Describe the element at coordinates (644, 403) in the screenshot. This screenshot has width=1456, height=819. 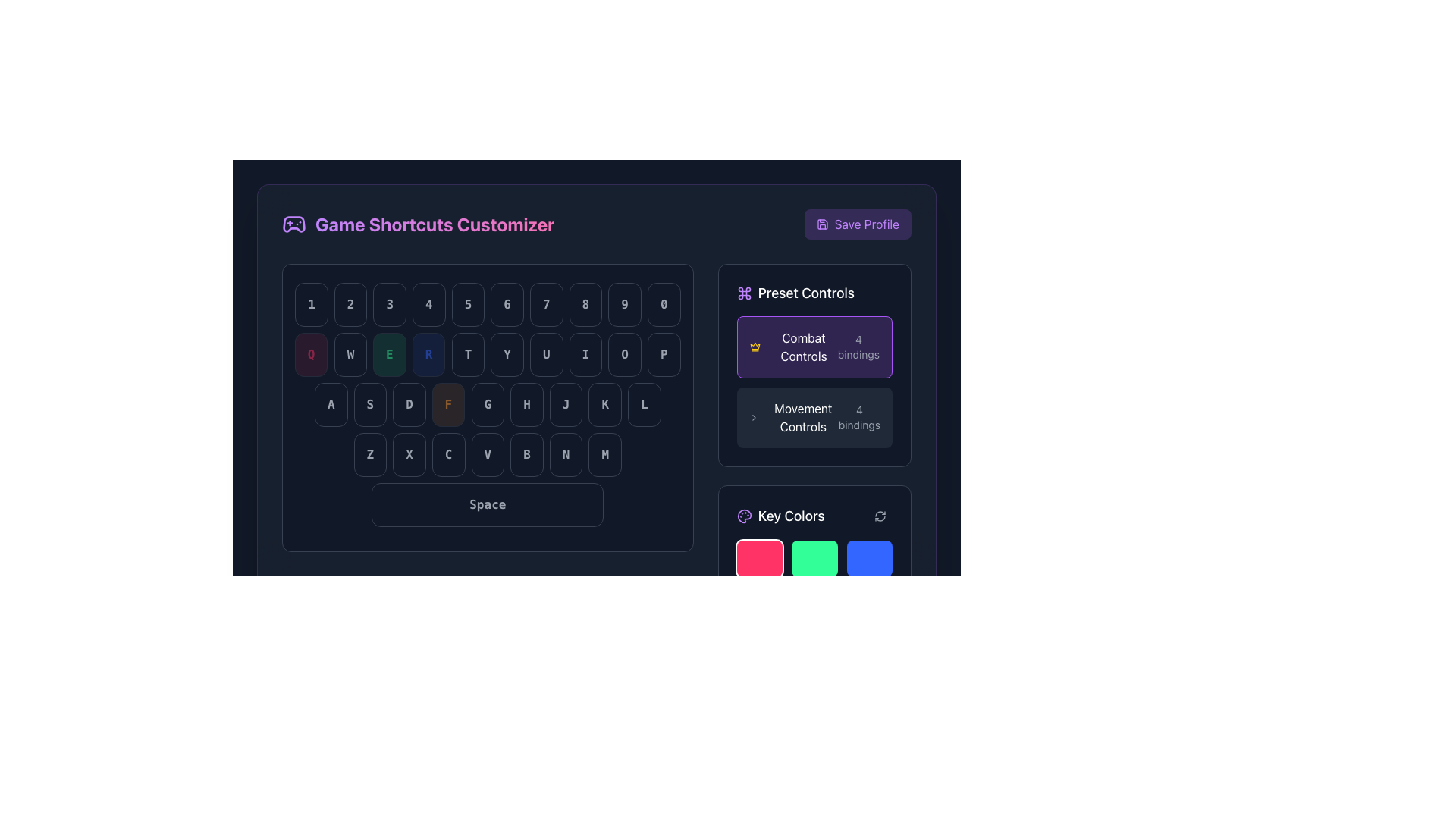
I see `the 'L' key button in the virtual keyboard interface for additional information` at that location.